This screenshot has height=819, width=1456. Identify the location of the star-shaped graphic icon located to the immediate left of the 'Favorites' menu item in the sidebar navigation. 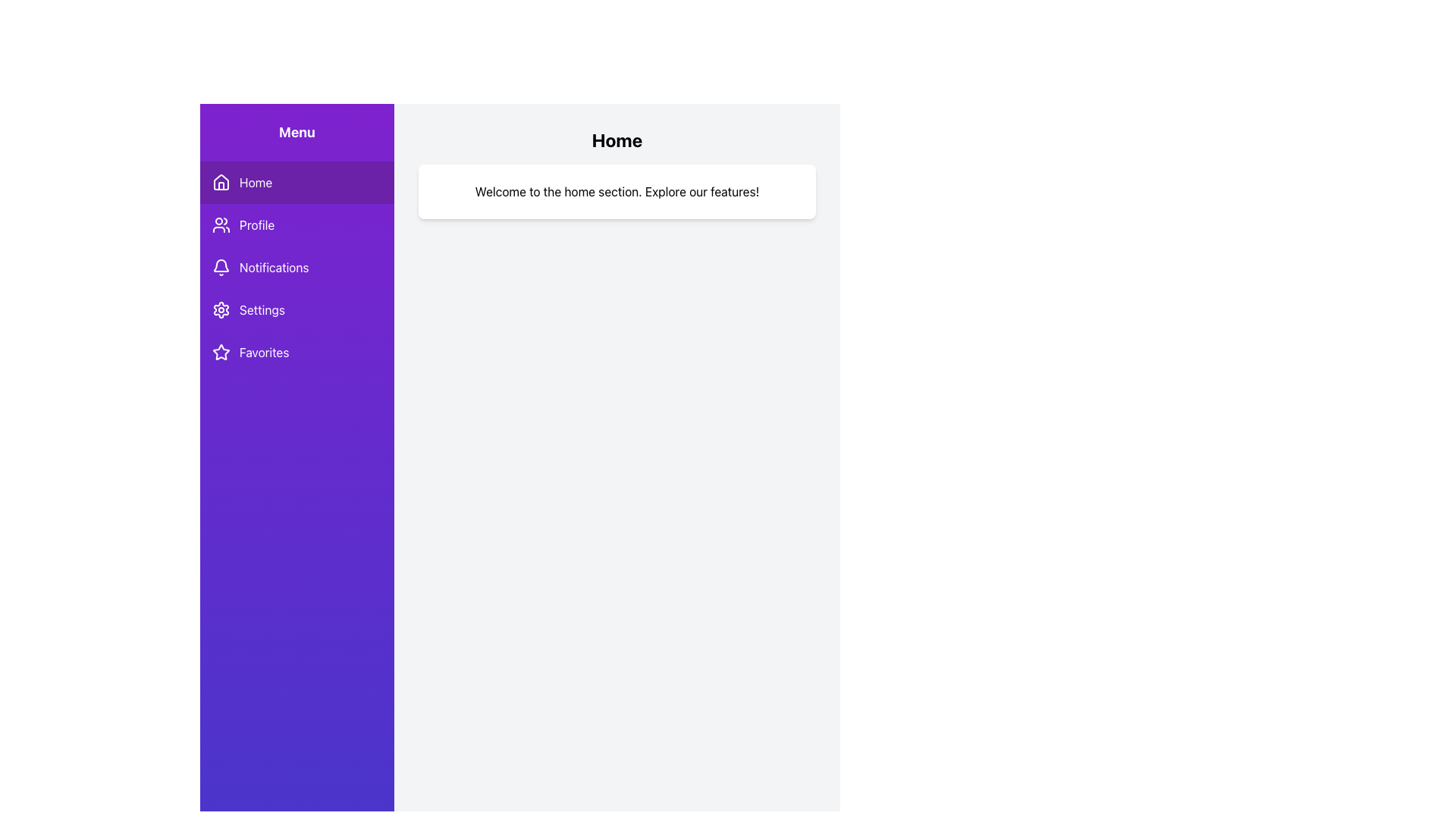
(221, 352).